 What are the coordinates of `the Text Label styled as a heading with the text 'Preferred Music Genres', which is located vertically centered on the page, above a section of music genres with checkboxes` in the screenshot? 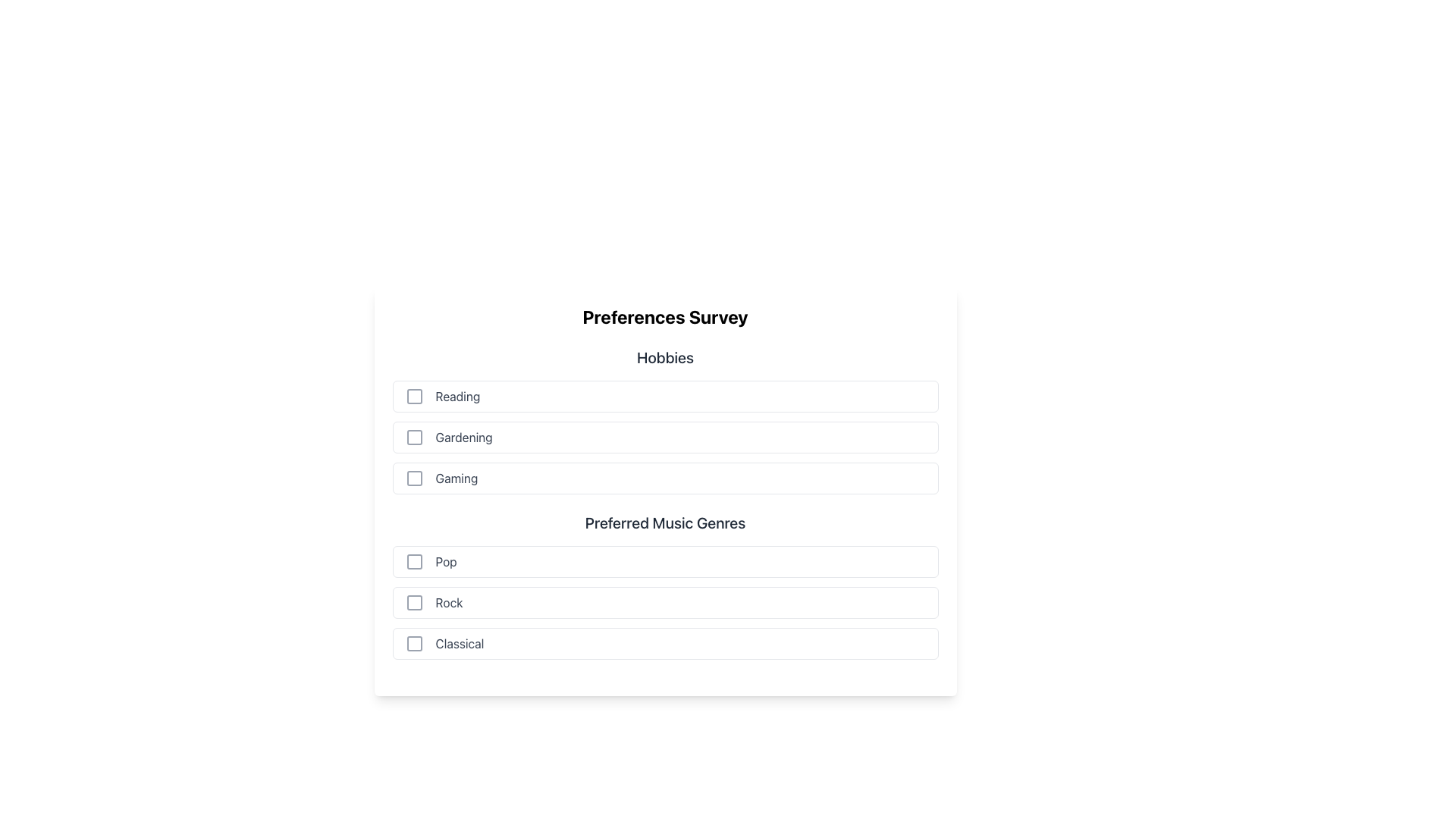 It's located at (665, 522).